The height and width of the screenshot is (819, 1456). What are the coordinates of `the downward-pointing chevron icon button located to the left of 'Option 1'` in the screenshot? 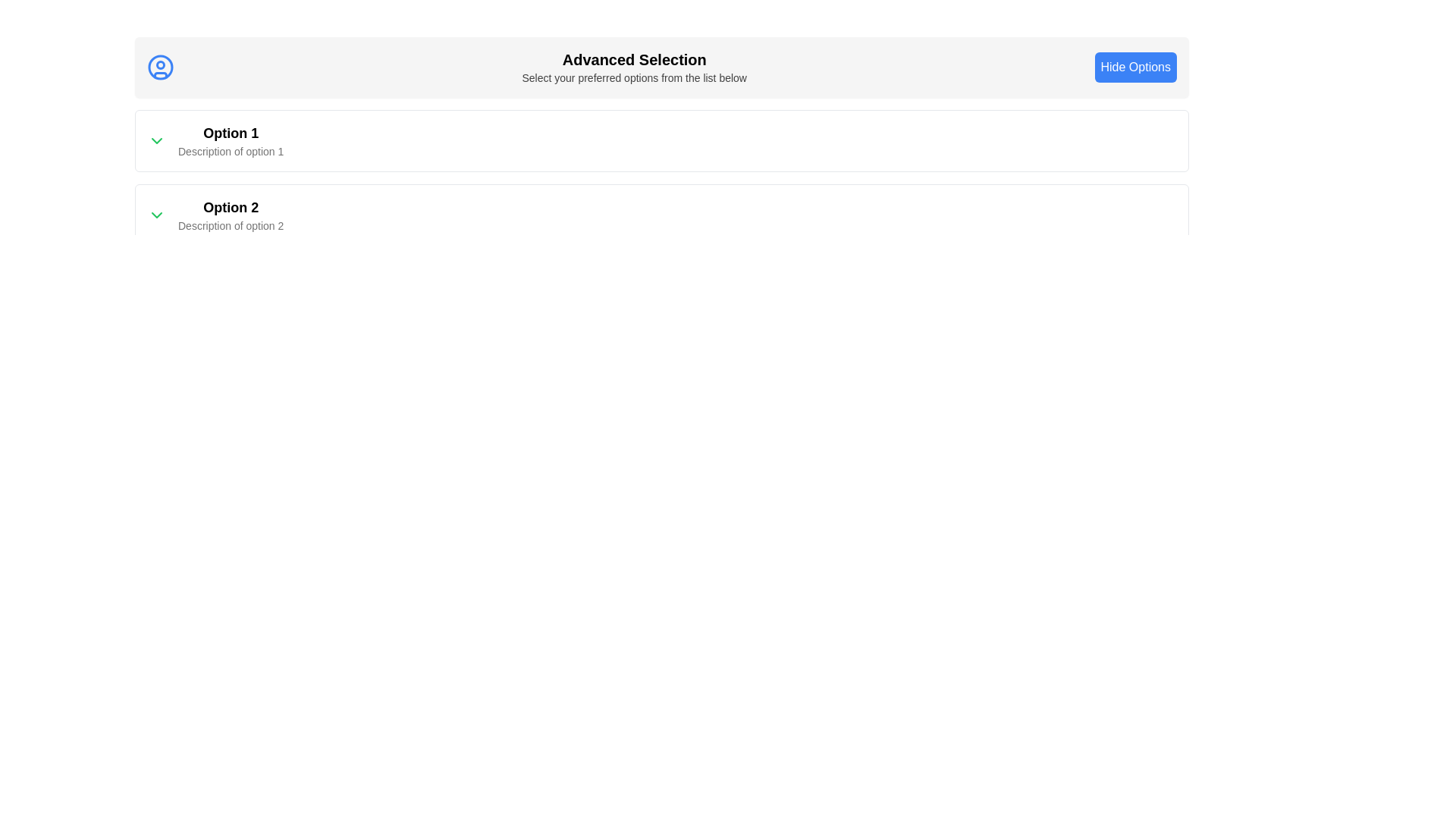 It's located at (156, 140).